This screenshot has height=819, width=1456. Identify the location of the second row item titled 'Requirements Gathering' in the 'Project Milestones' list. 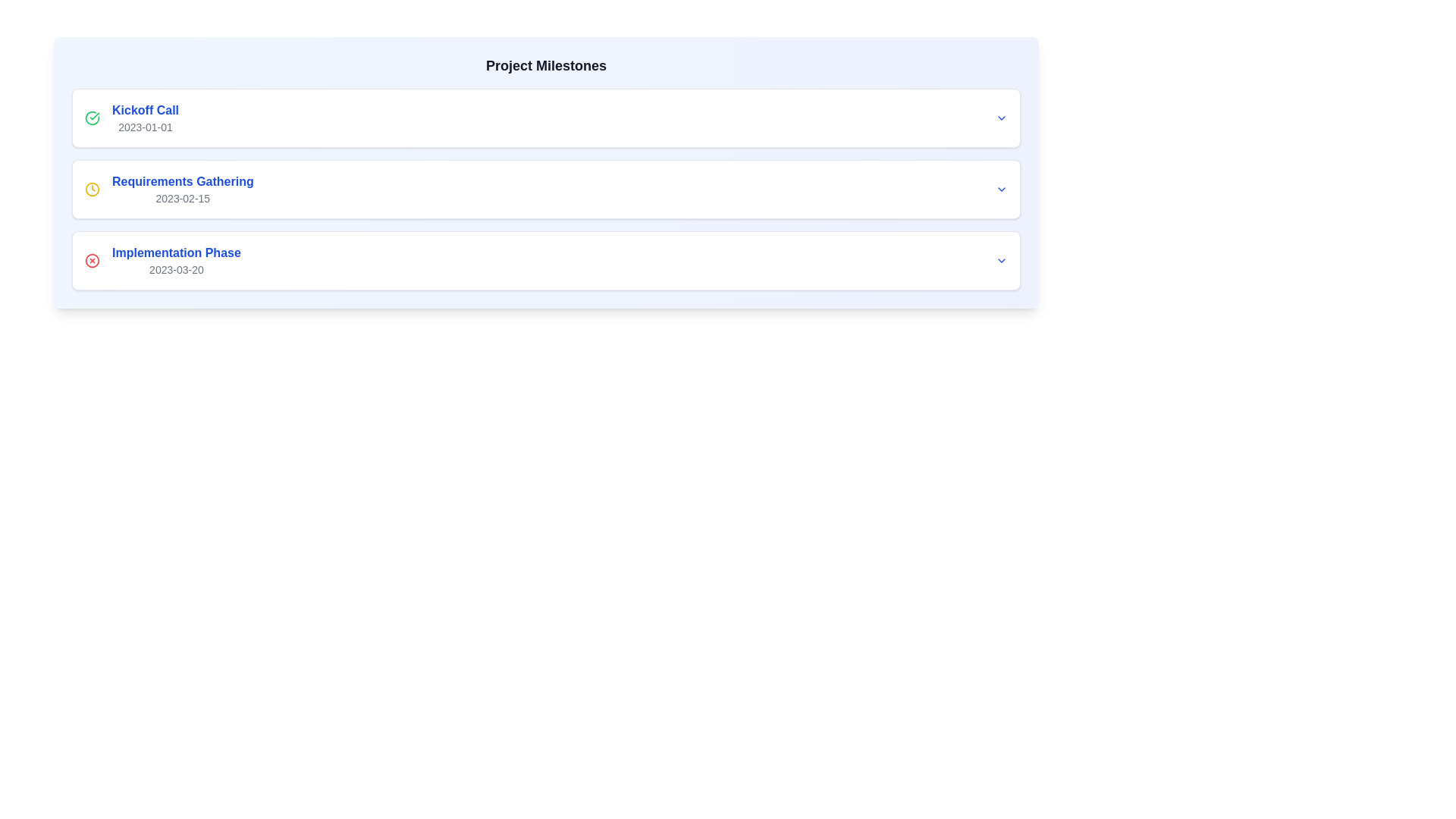
(546, 189).